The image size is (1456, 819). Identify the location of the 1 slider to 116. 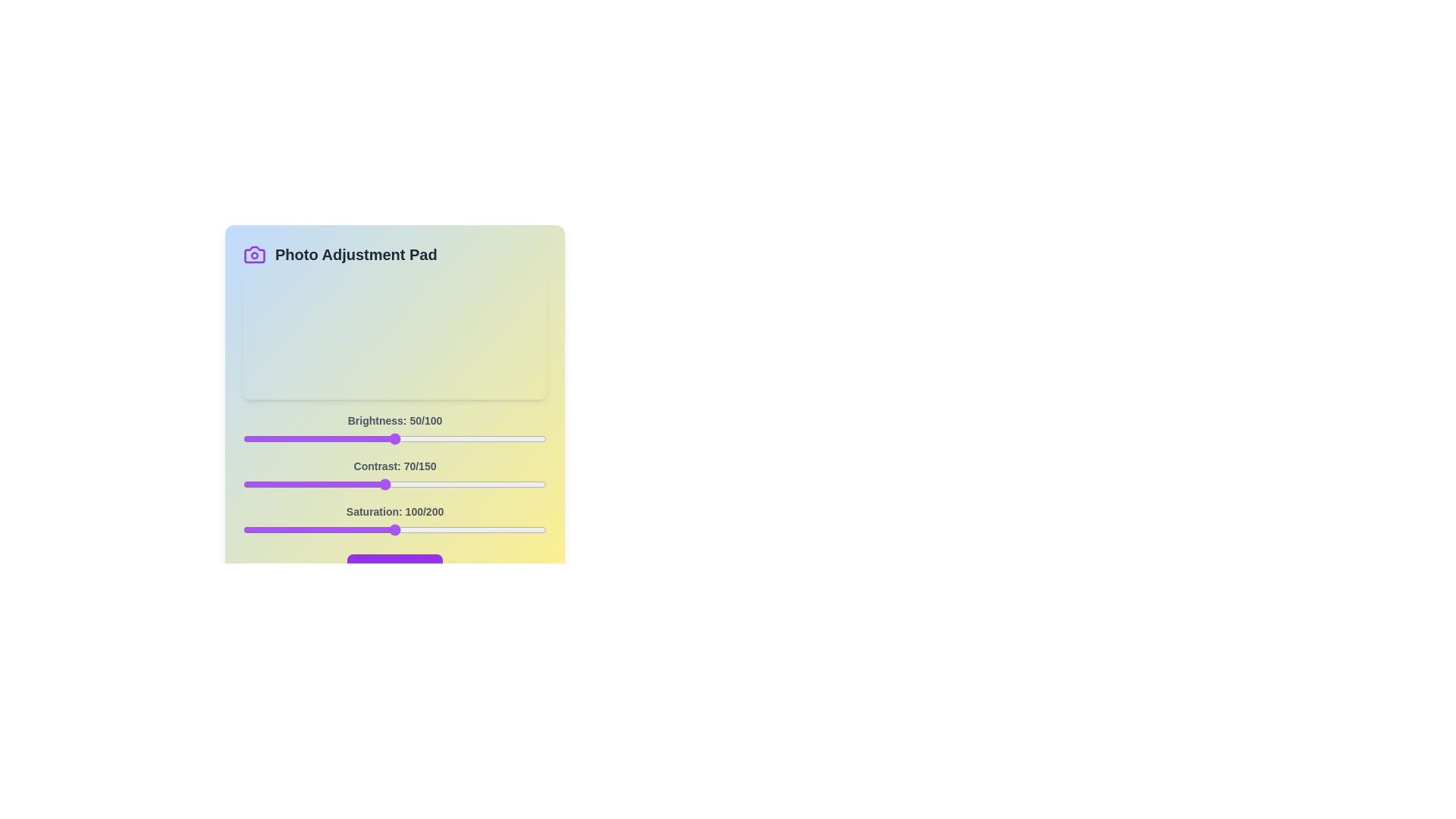
(477, 485).